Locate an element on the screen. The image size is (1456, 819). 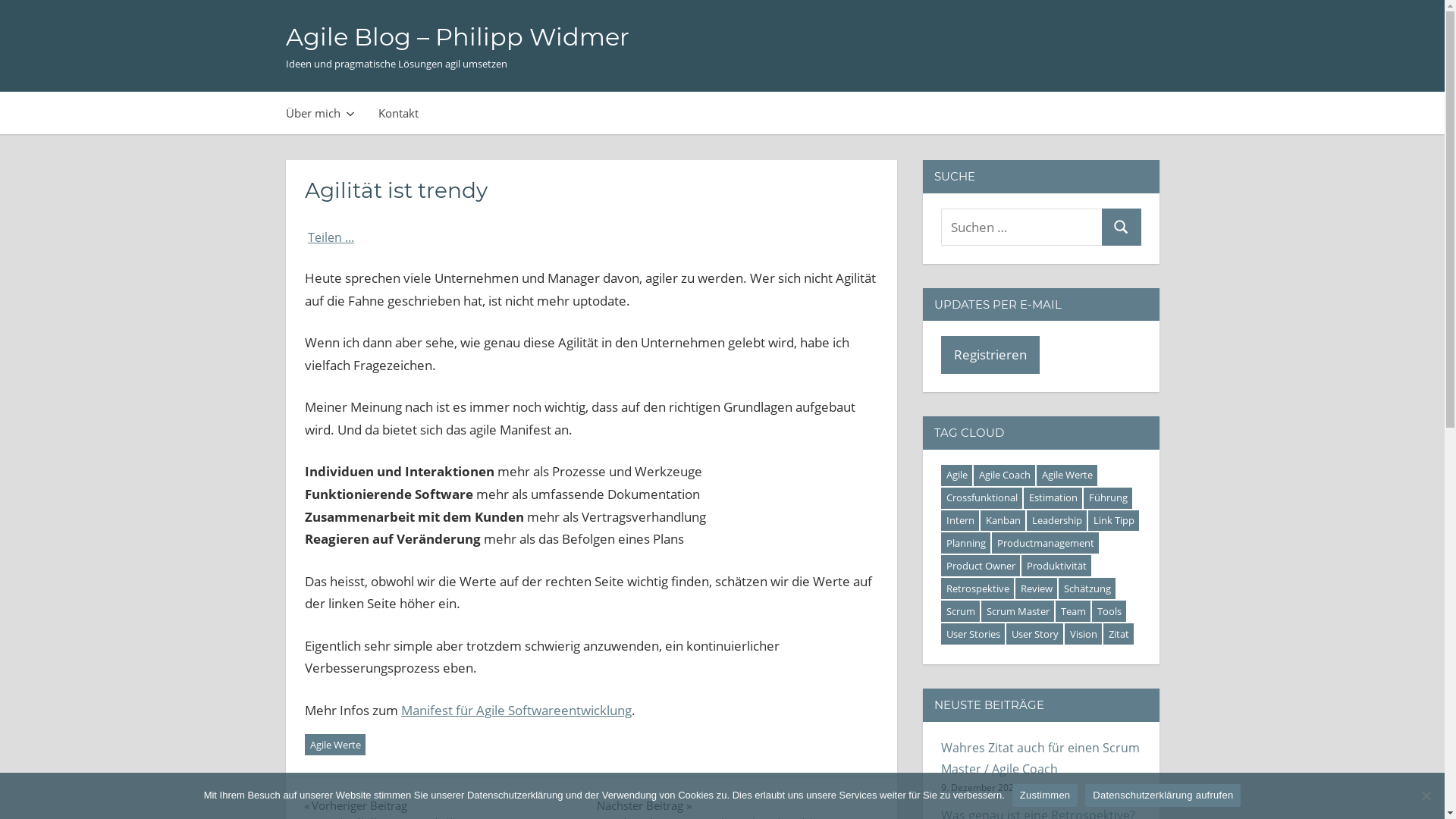
'Scrum' is located at coordinates (959, 610).